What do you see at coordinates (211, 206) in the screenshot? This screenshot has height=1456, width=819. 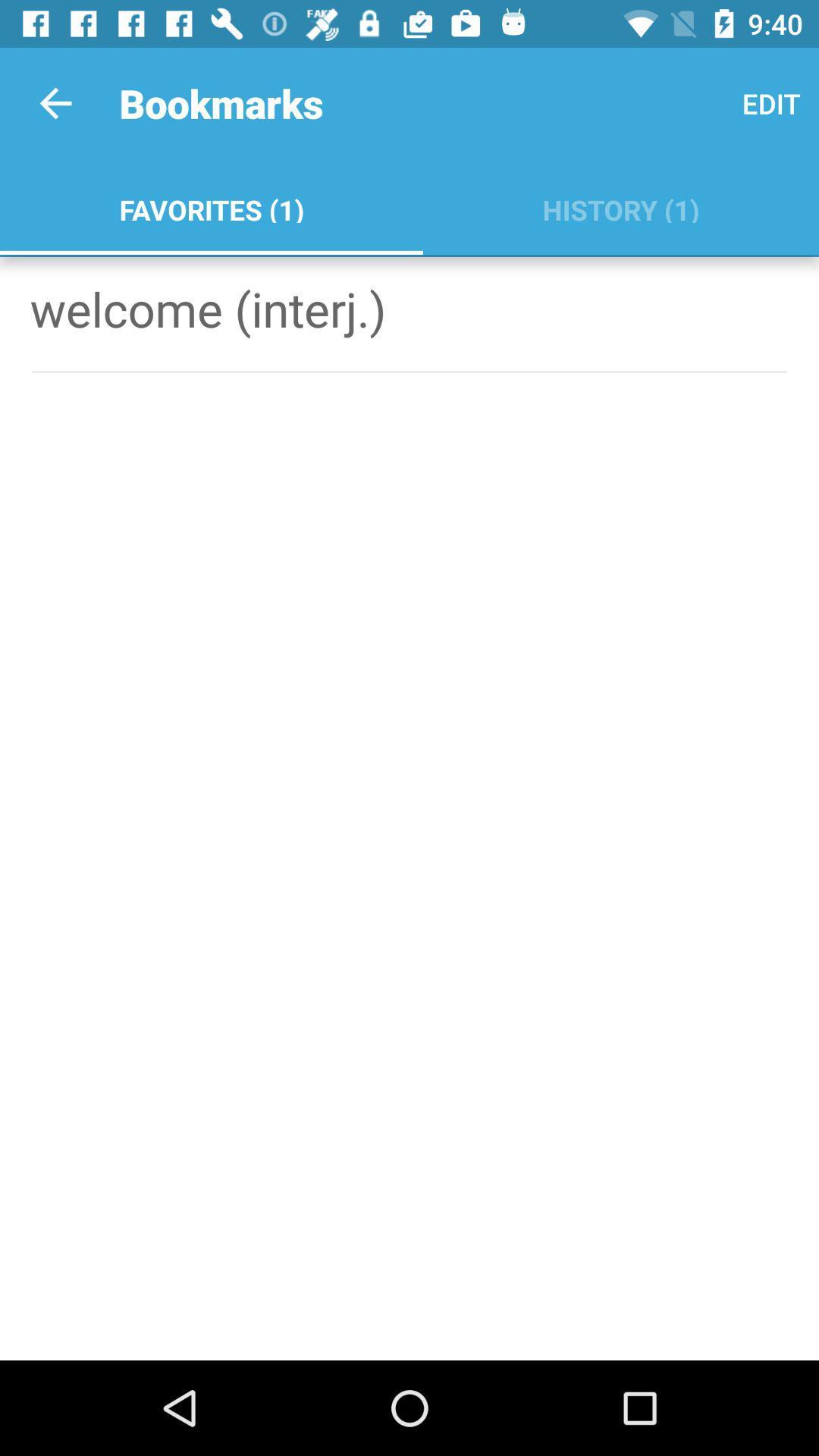 I see `favorites (1) app` at bounding box center [211, 206].